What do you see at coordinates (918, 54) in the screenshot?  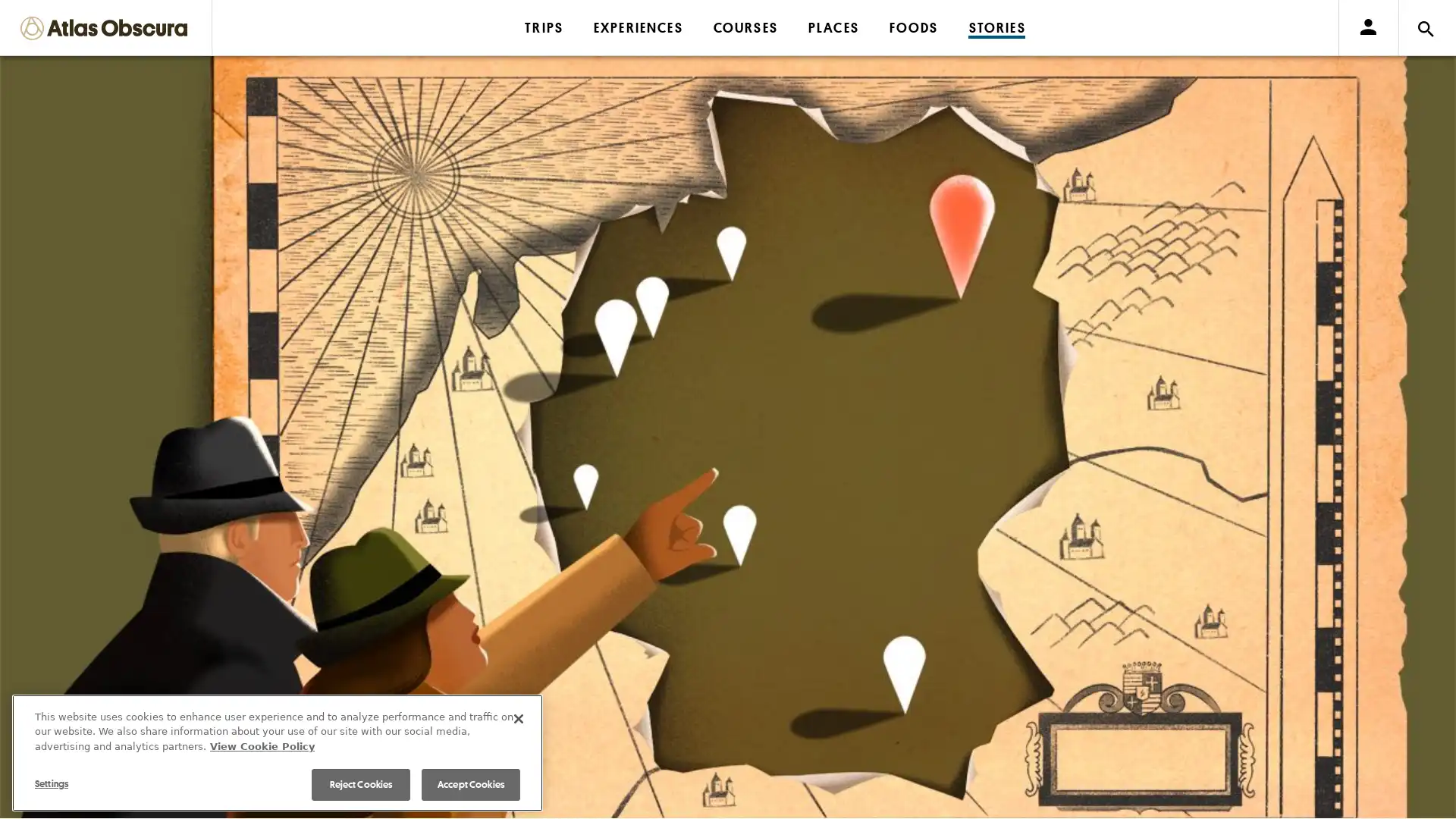 I see `Search` at bounding box center [918, 54].